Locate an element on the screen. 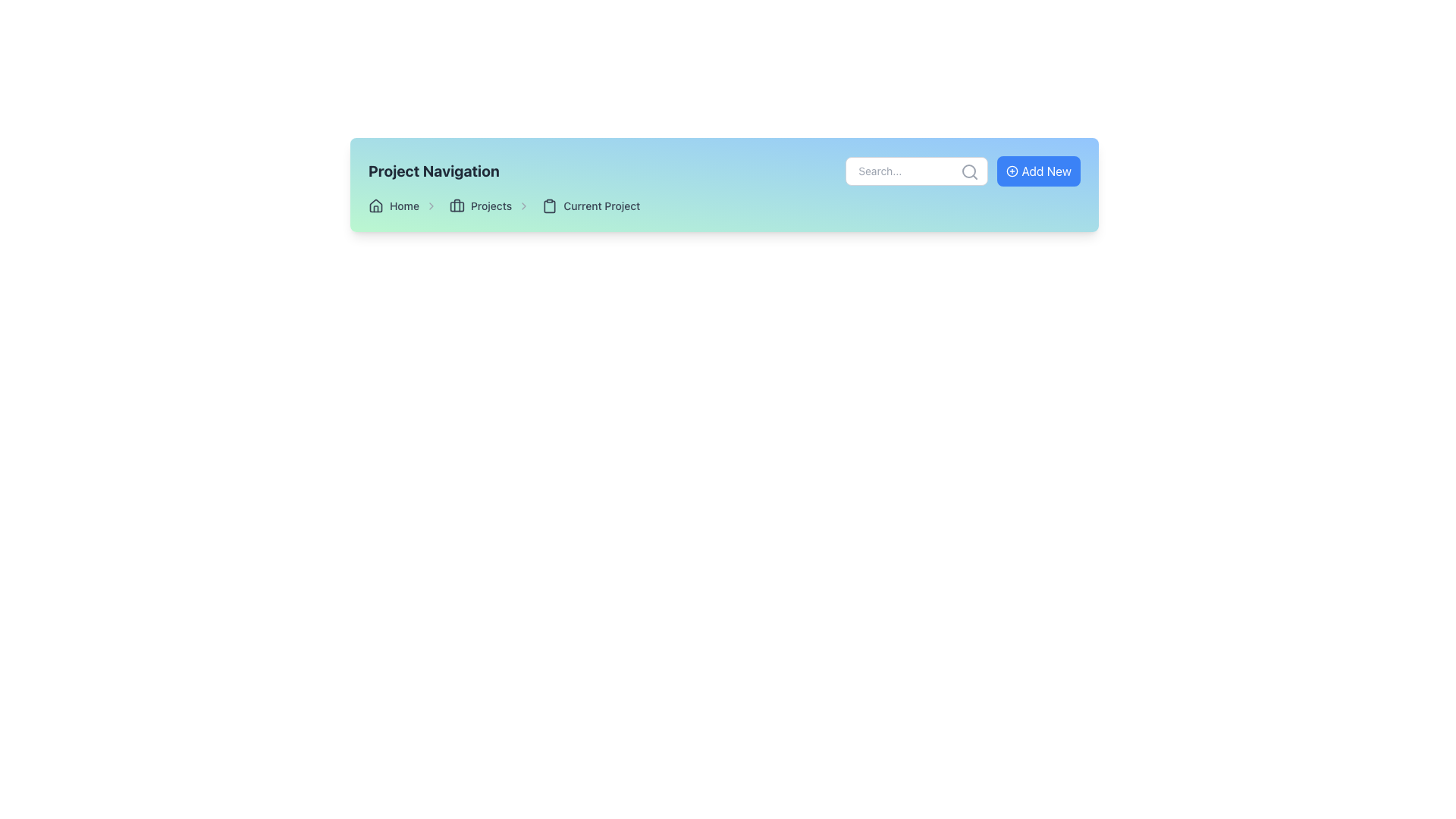  the briefcase icon located in the breadcrumb navigation bar next to the 'Projects' label is located at coordinates (457, 206).